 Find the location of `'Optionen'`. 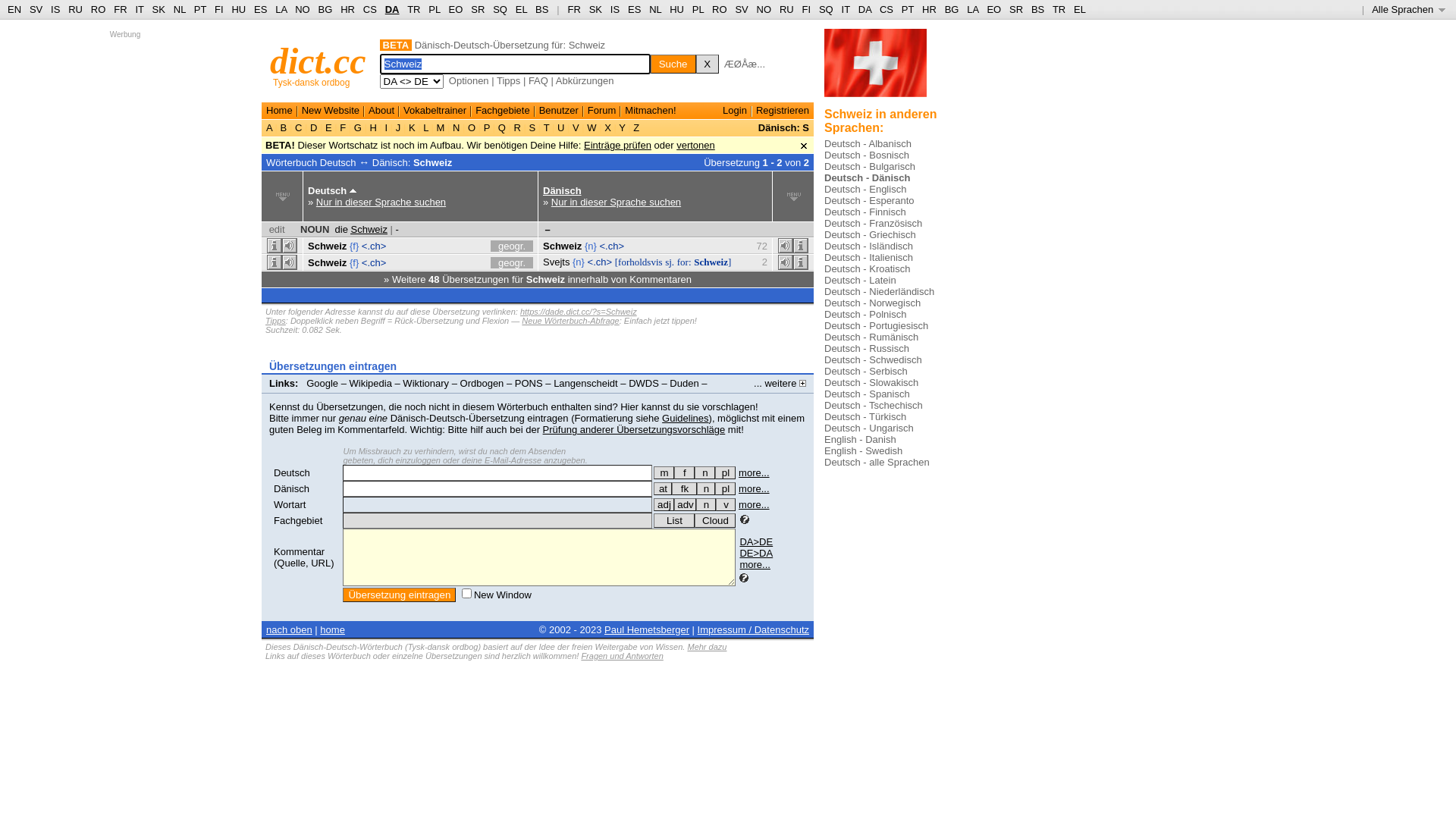

'Optionen' is located at coordinates (468, 80).